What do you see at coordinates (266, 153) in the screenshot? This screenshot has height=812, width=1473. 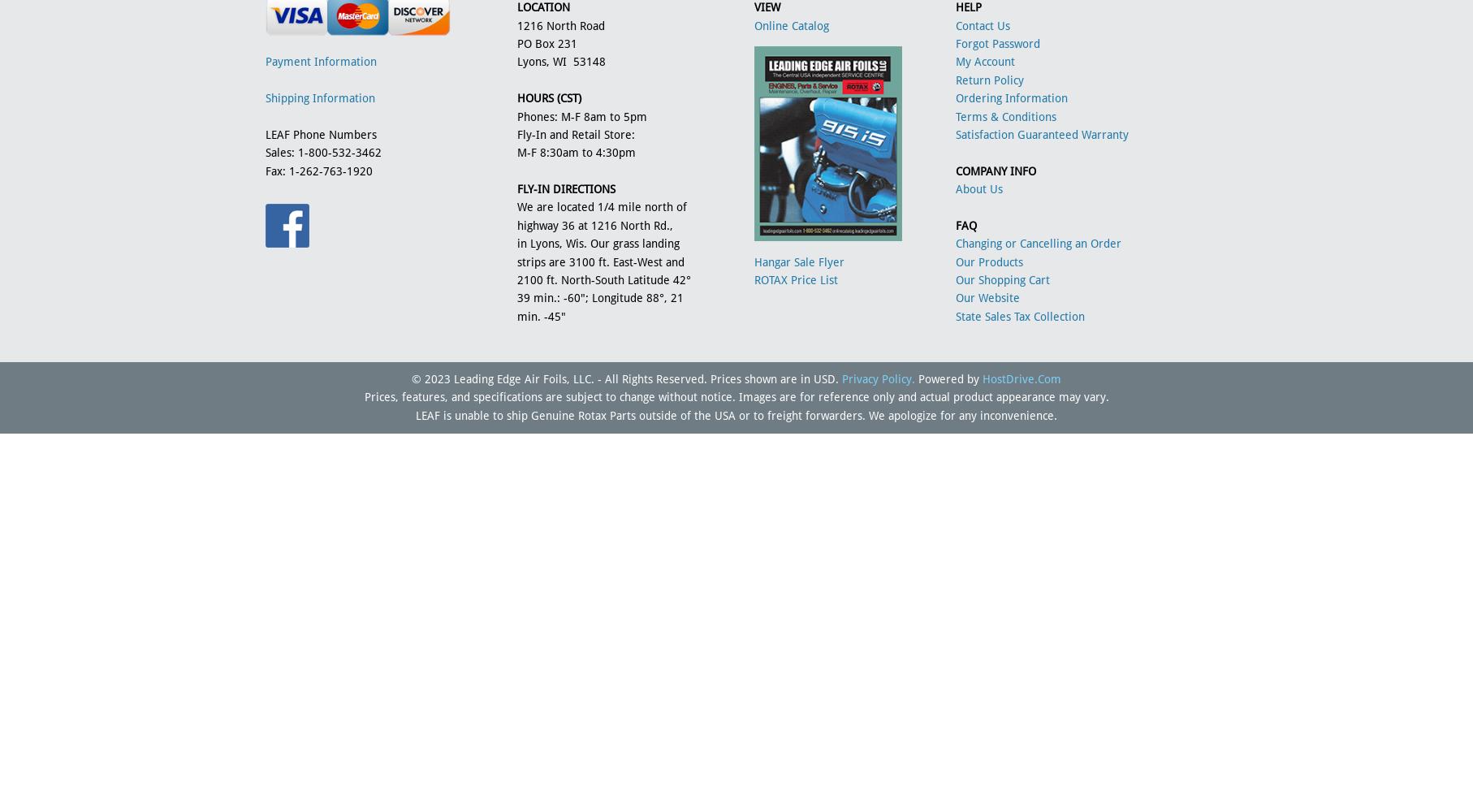 I see `'Sales: 1-800-532-3462'` at bounding box center [266, 153].